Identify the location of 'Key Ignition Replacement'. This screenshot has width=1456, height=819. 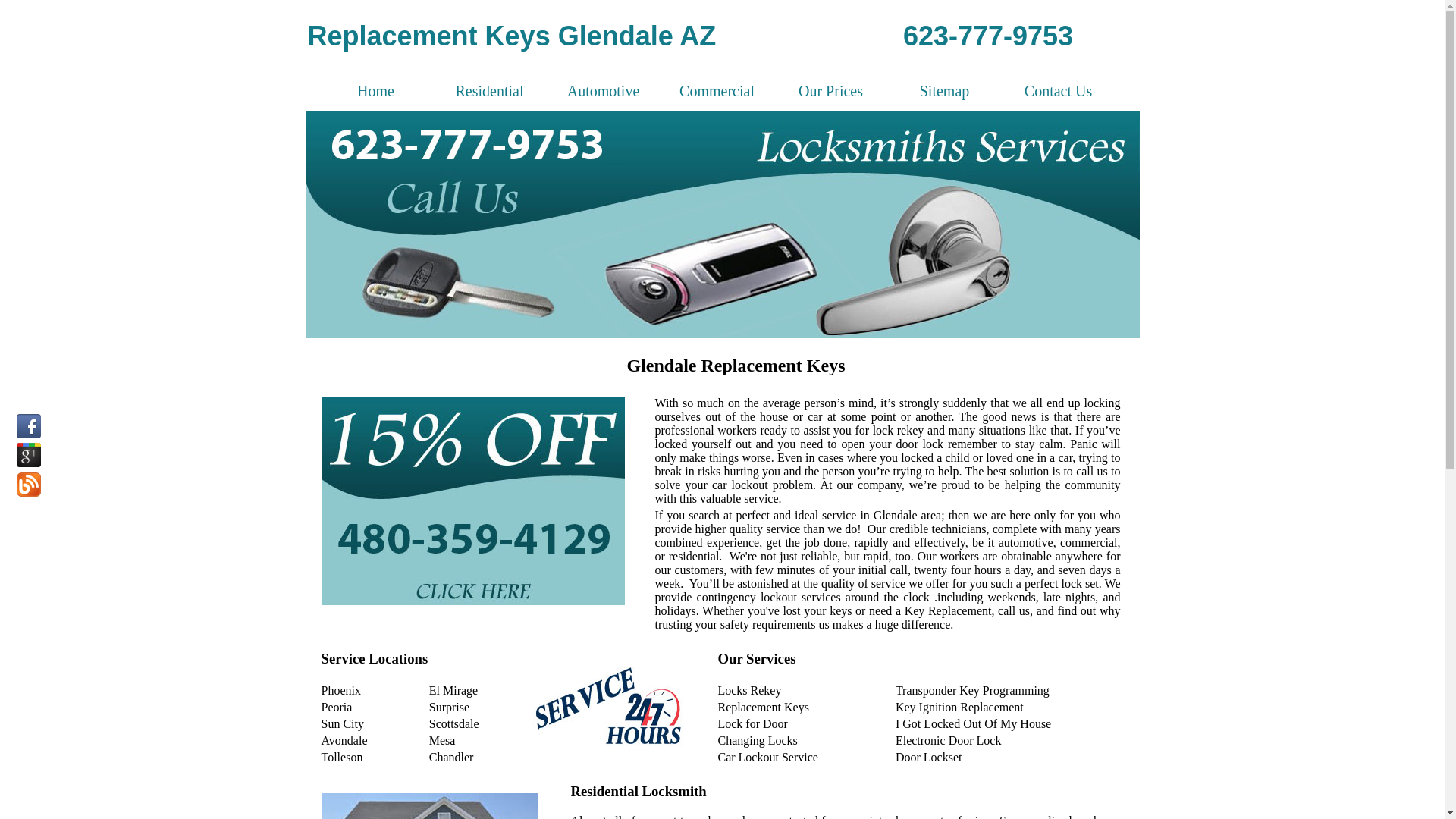
(959, 707).